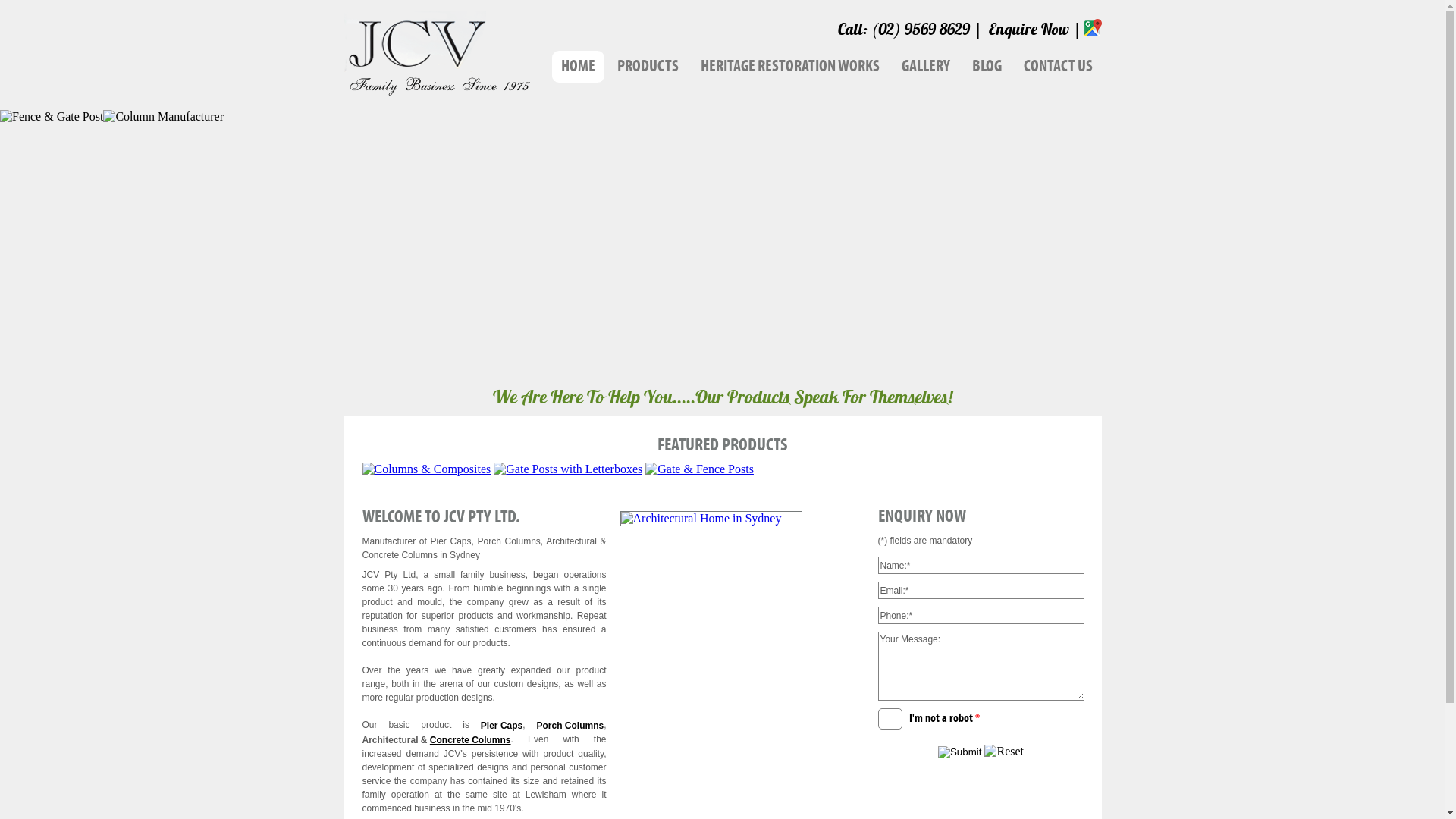  I want to click on 'PRODUCTS', so click(648, 66).